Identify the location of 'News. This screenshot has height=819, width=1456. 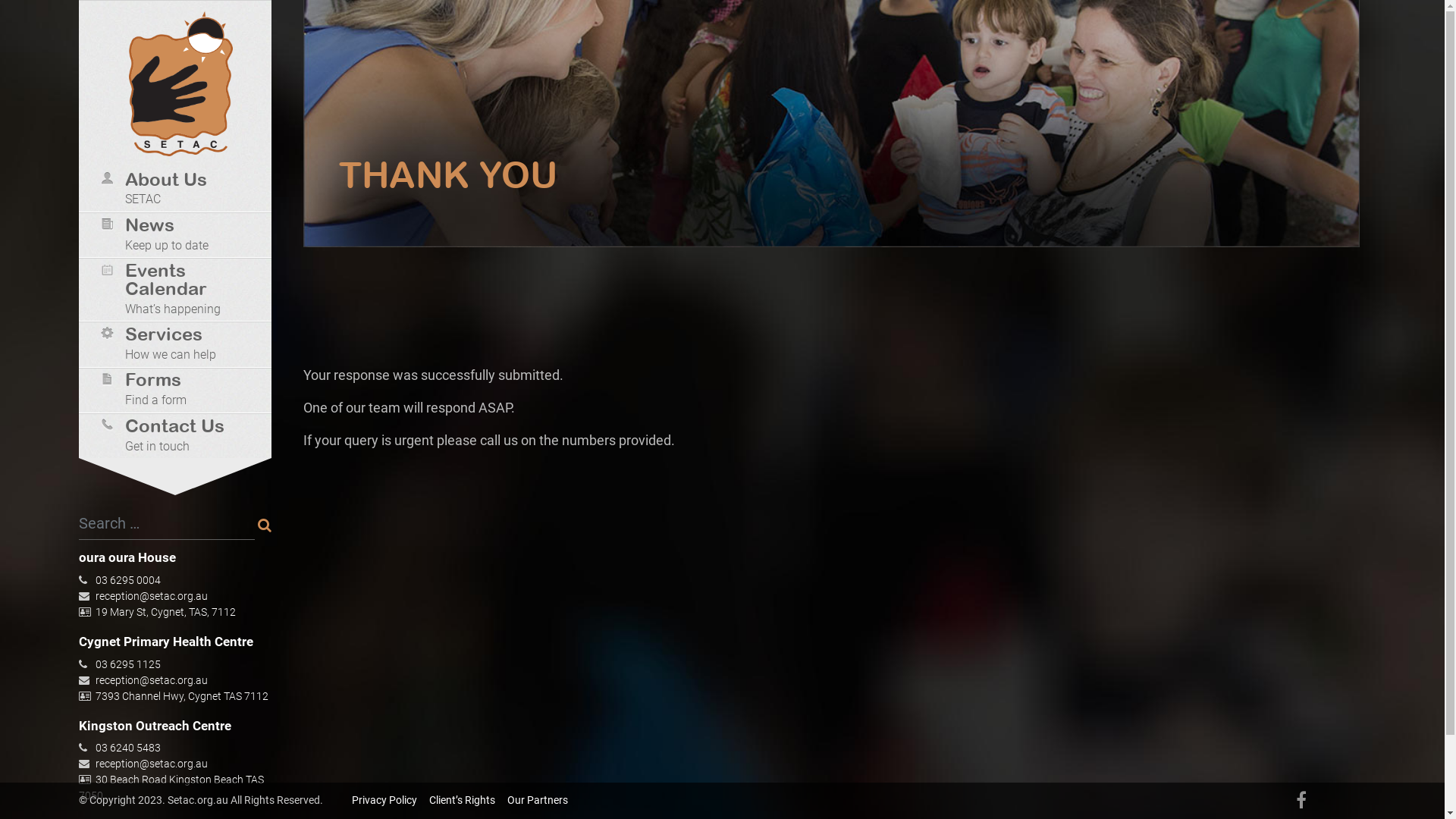
(180, 237).